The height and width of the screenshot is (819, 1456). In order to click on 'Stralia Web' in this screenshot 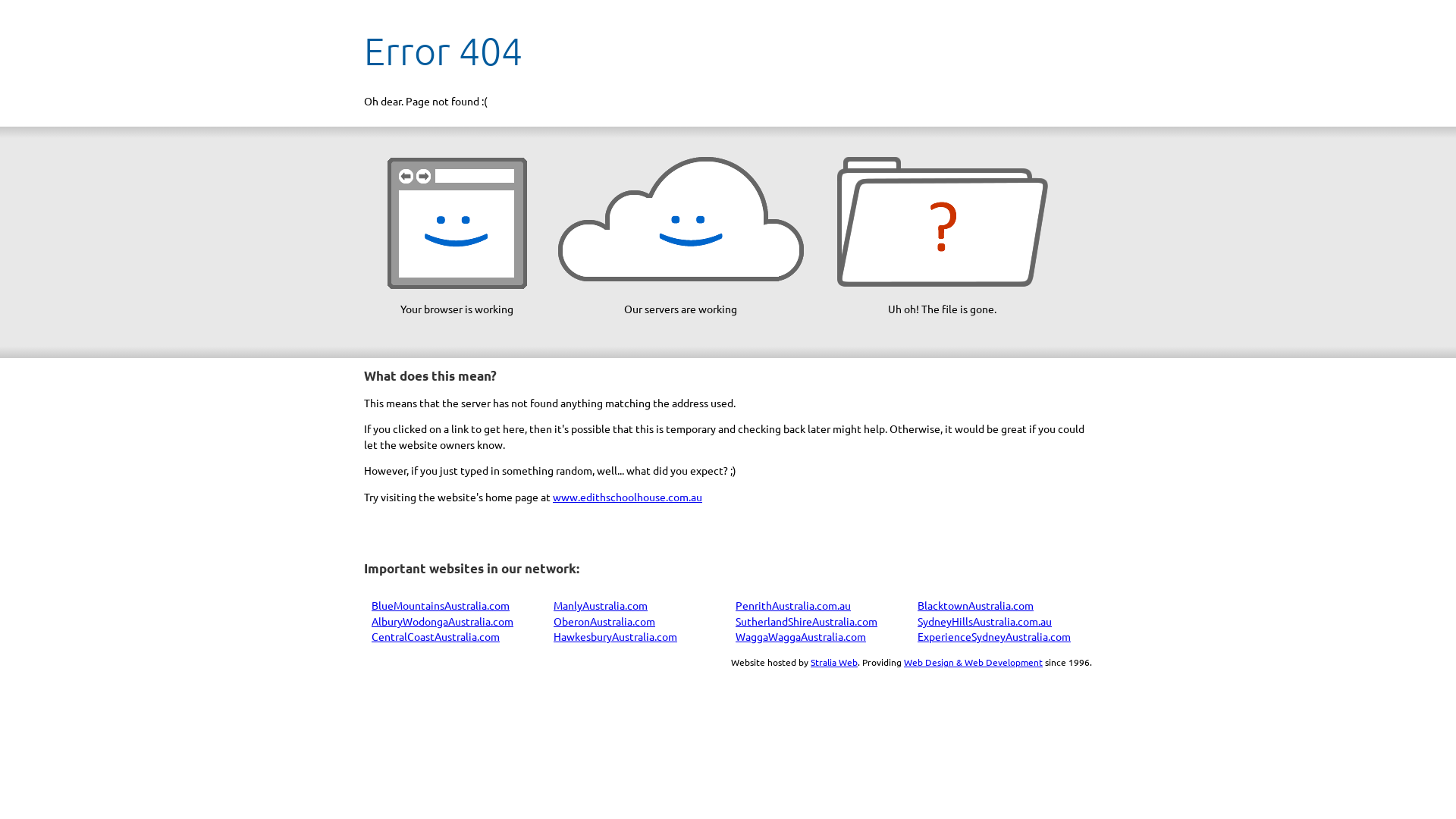, I will do `click(833, 661)`.